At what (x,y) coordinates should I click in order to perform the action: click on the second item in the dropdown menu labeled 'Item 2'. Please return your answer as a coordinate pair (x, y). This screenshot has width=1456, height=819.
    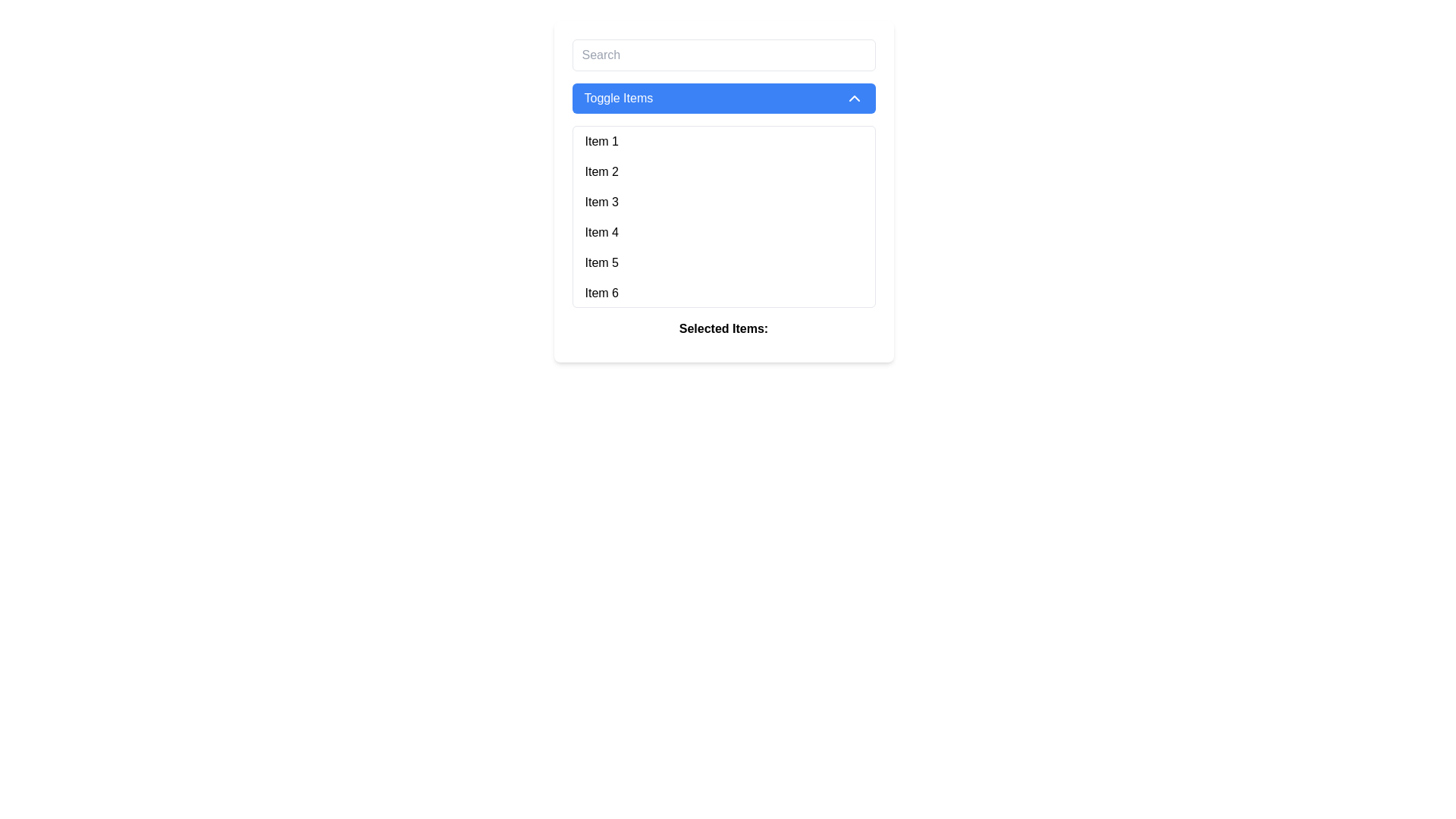
    Looking at the image, I should click on (723, 171).